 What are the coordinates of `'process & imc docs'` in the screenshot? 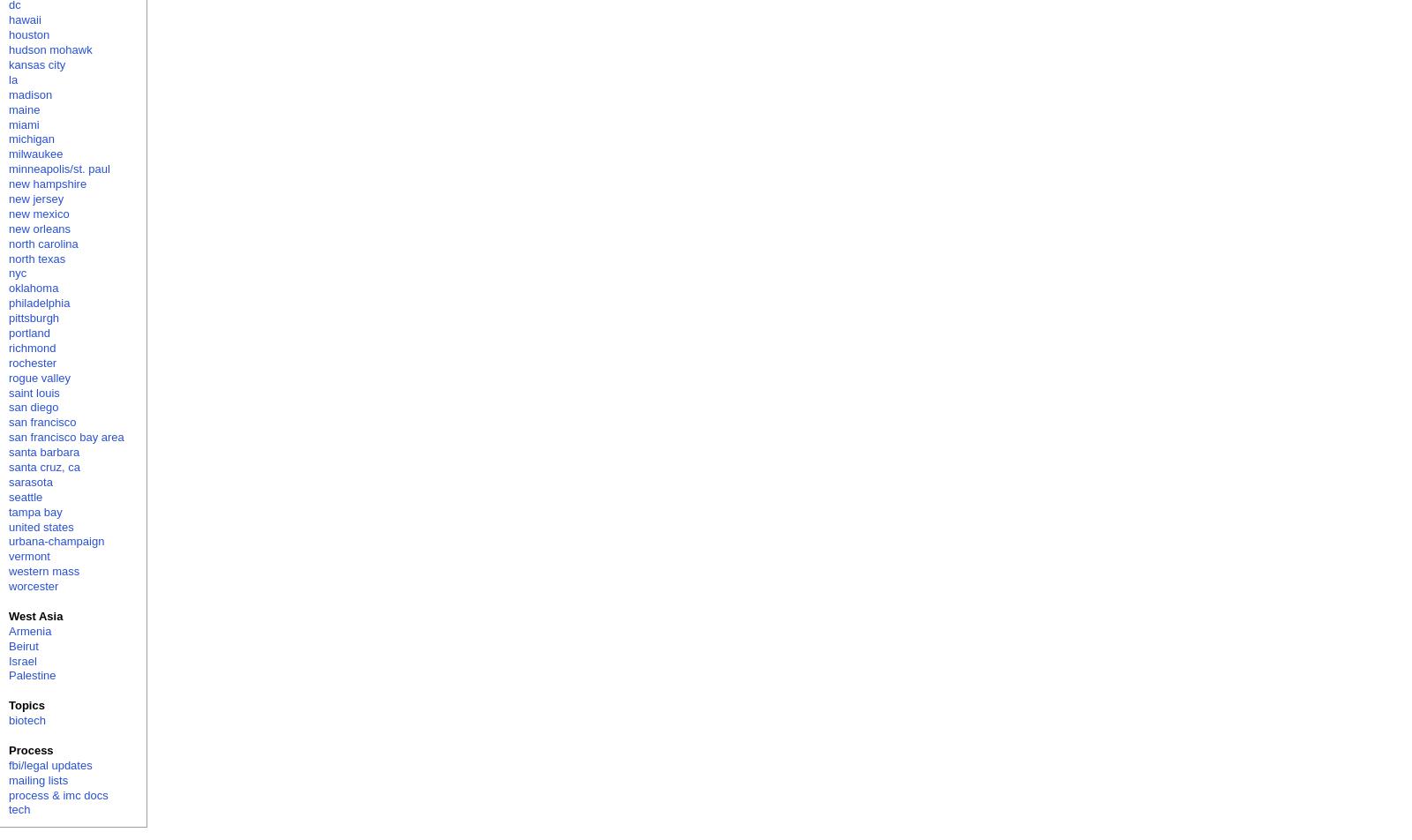 It's located at (57, 794).